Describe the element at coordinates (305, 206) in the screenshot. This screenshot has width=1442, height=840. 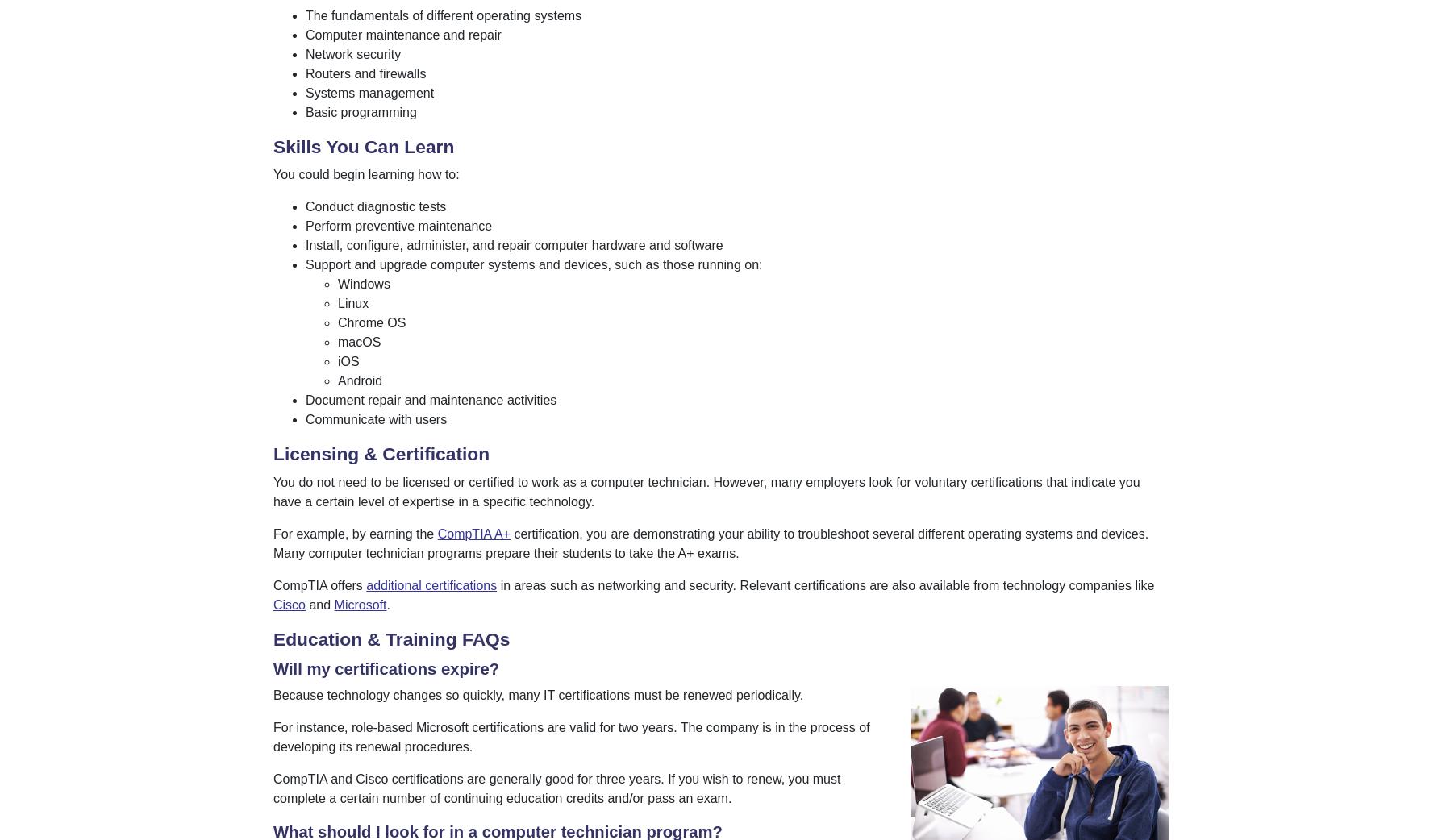
I see `'Conduct diagnostic tests'` at that location.